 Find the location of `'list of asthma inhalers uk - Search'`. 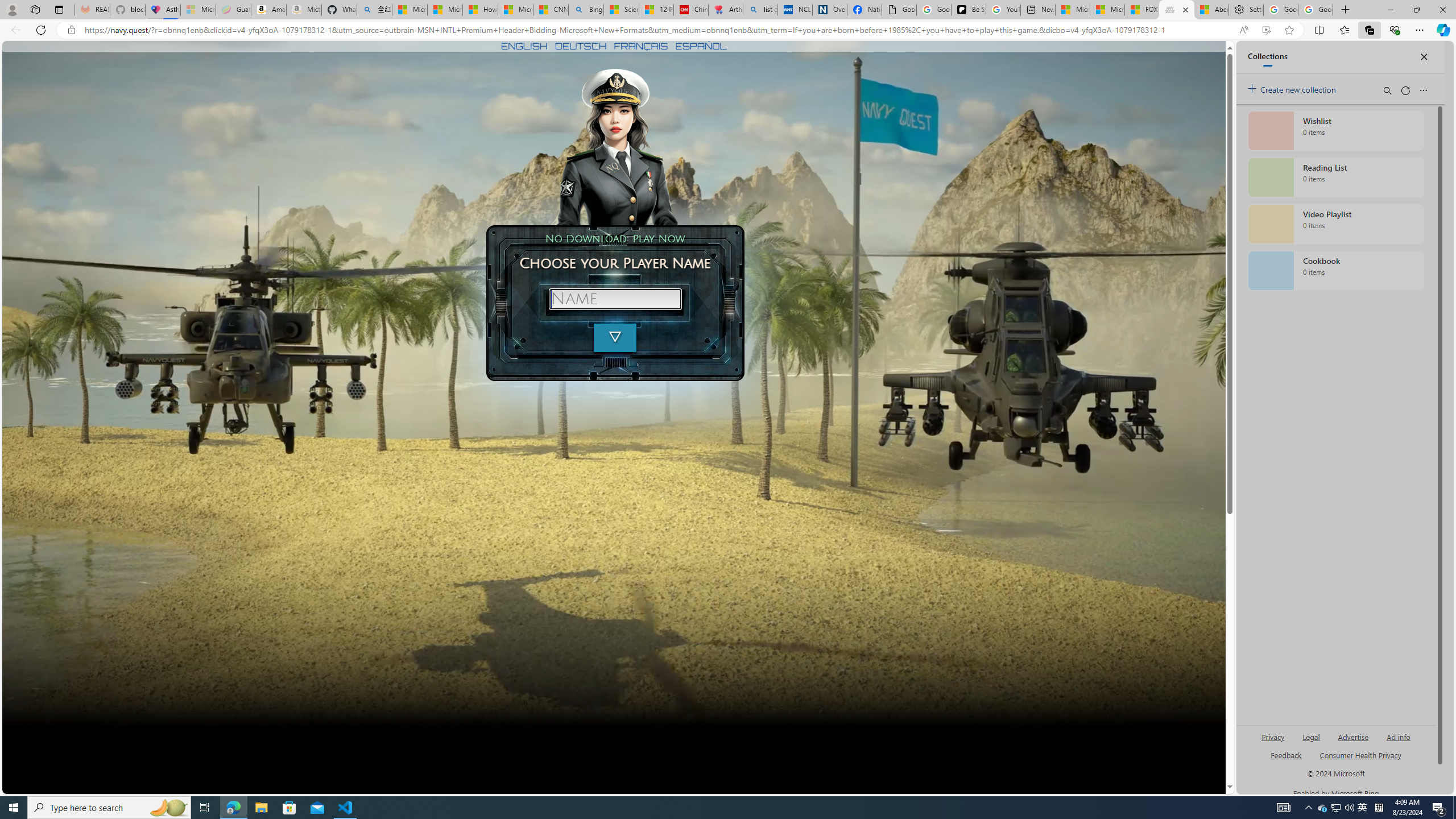

'list of asthma inhalers uk - Search' is located at coordinates (760, 9).